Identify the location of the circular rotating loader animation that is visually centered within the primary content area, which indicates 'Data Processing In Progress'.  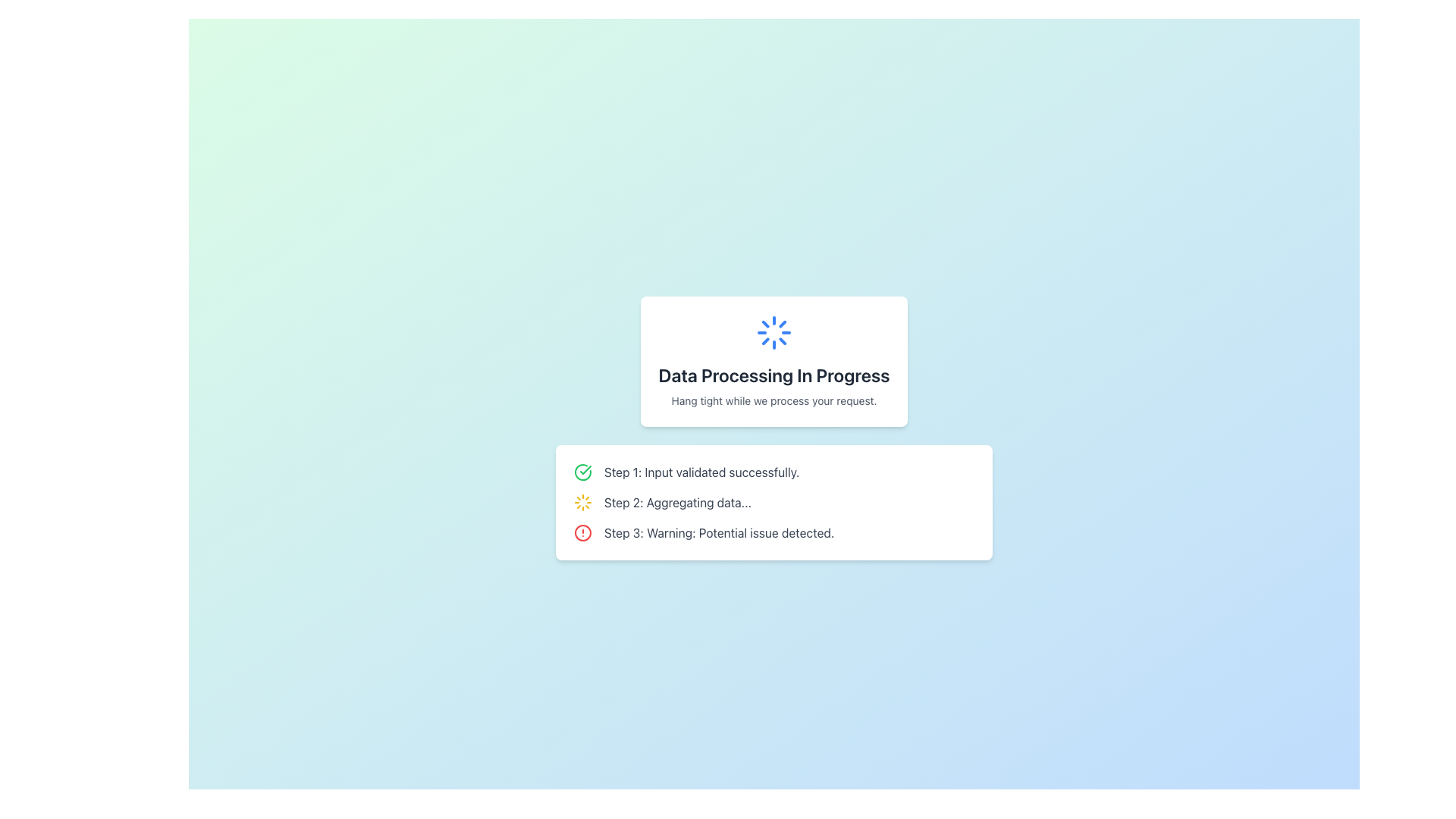
(774, 332).